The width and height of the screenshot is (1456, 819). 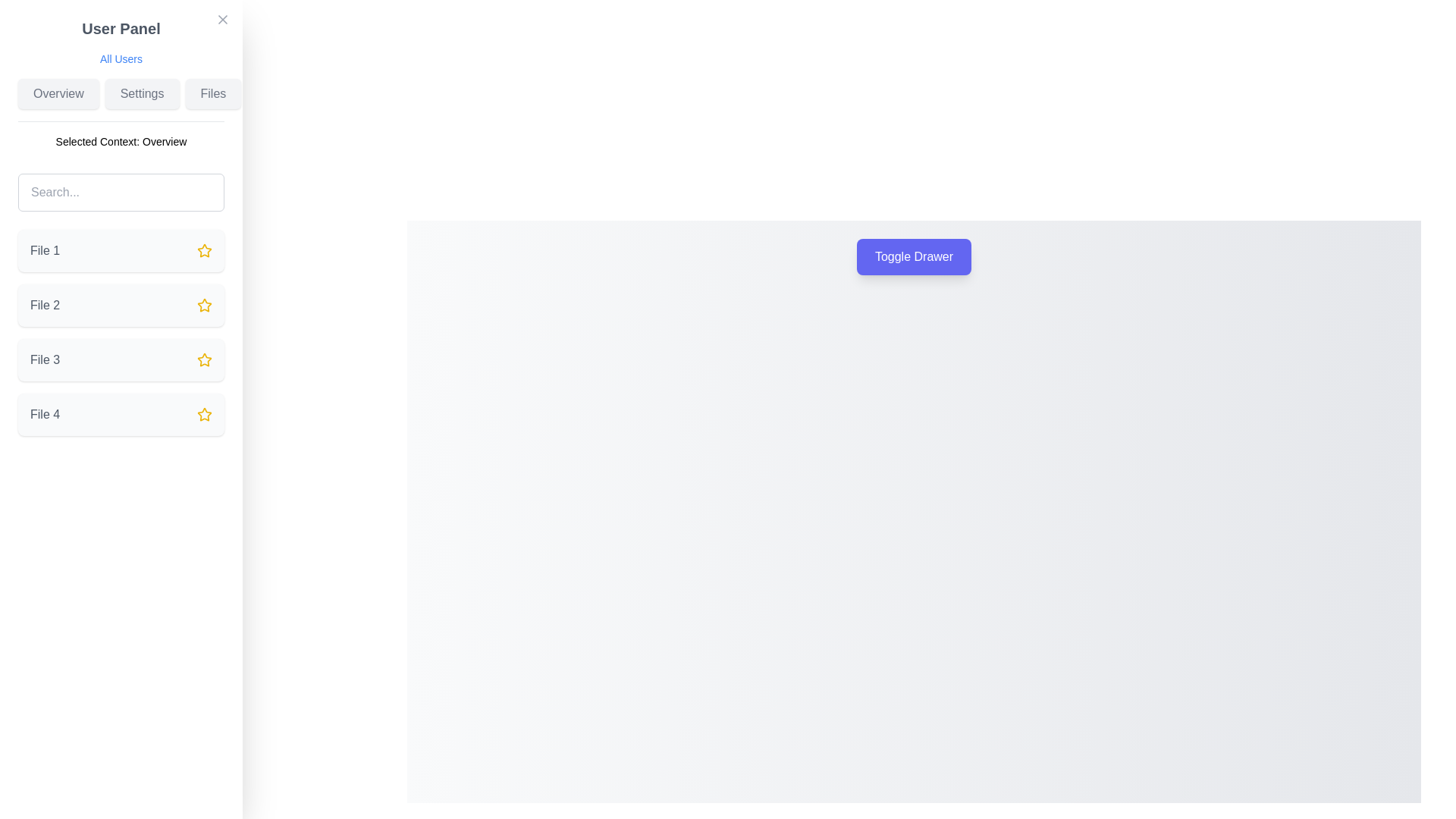 What do you see at coordinates (45, 359) in the screenshot?
I see `the text label that identifies the third file in the list within the side panel` at bounding box center [45, 359].